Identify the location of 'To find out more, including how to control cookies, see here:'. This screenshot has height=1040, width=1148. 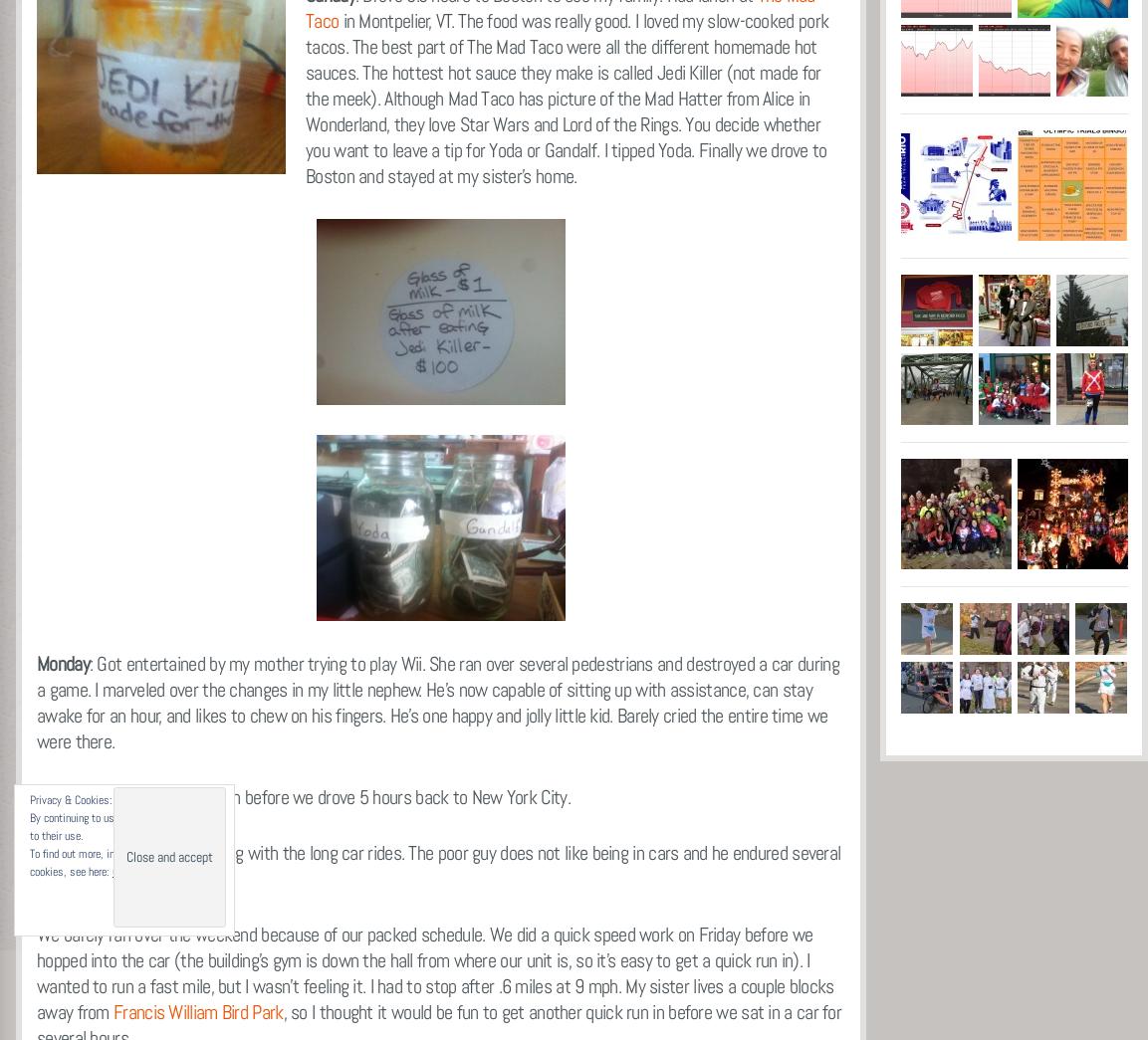
(28, 862).